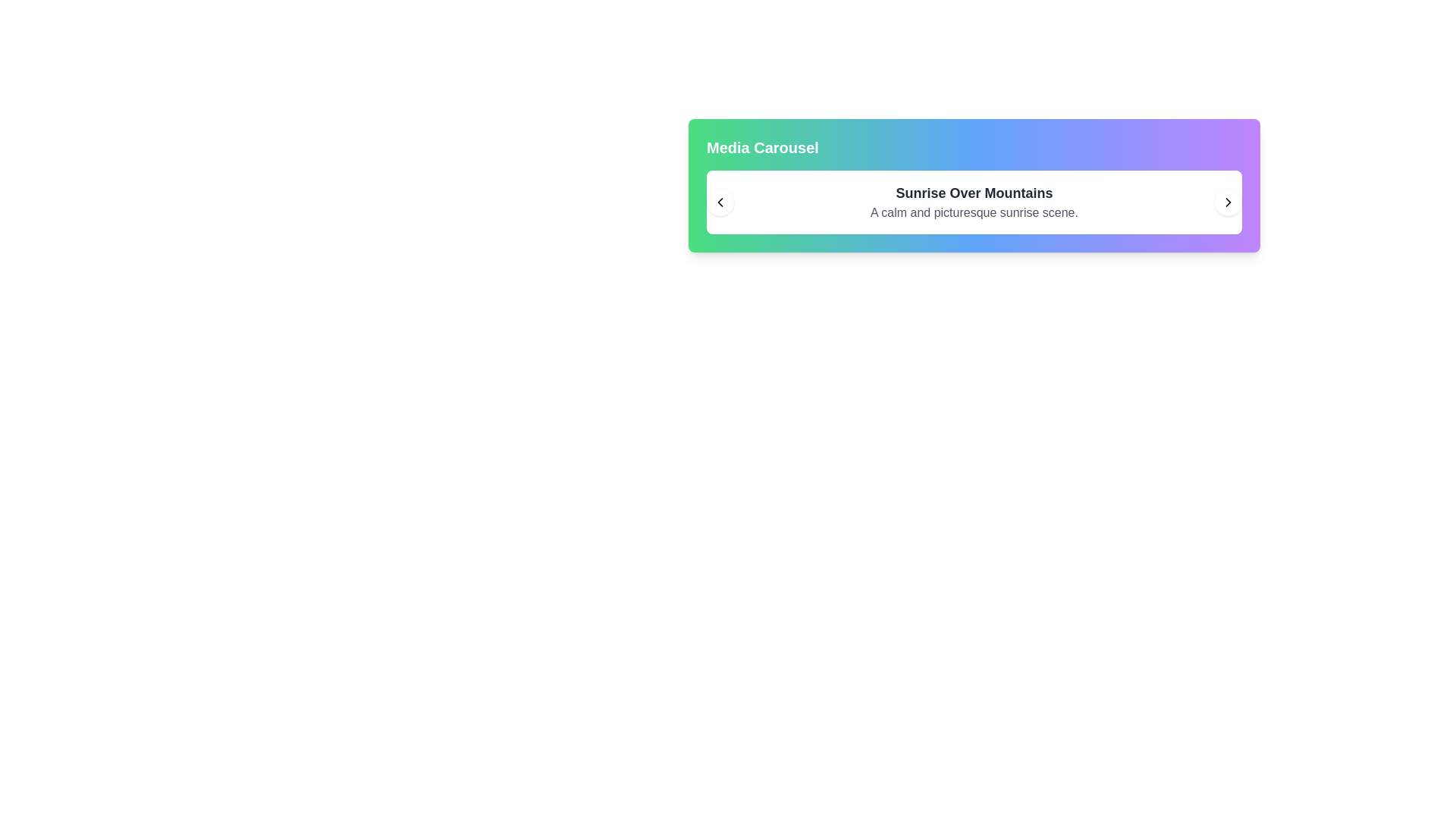  What do you see at coordinates (720, 201) in the screenshot?
I see `the left navigation button in the media carousel titled 'Sunrise Over Mountains', which is a circular button with a white background and a left-facing chevron icon` at bounding box center [720, 201].